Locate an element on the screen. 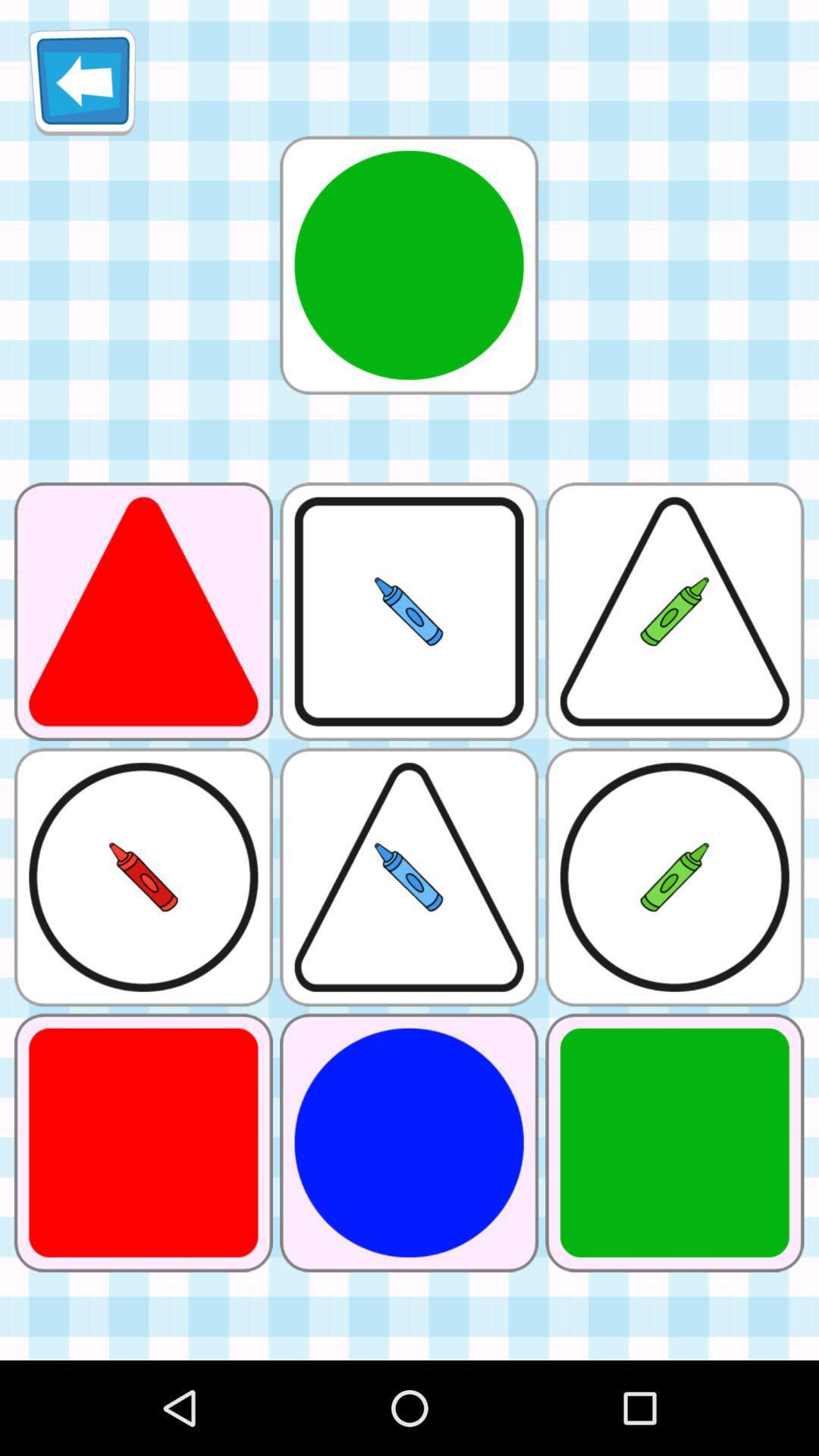 The width and height of the screenshot is (819, 1456). form is located at coordinates (408, 265).